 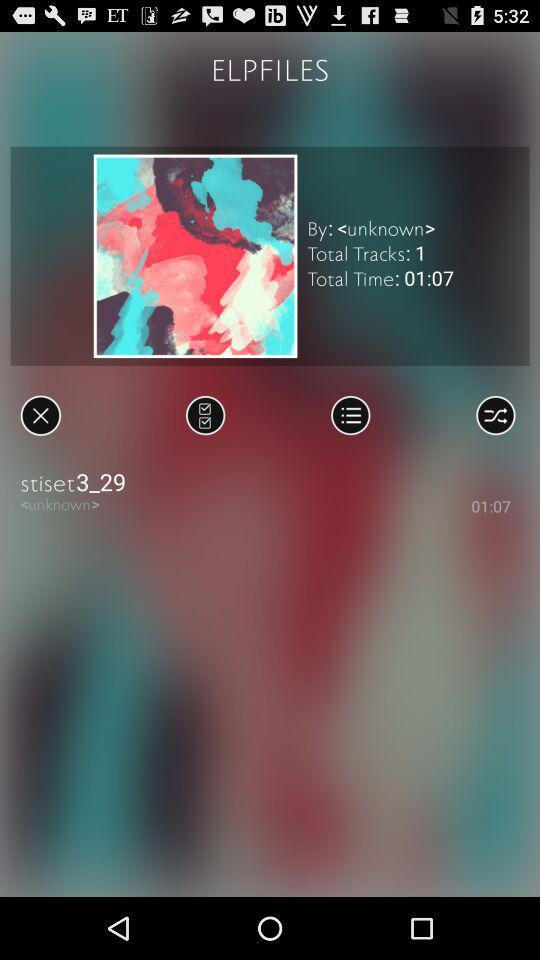 I want to click on the icon above the stiset3_29 icon, so click(x=494, y=414).